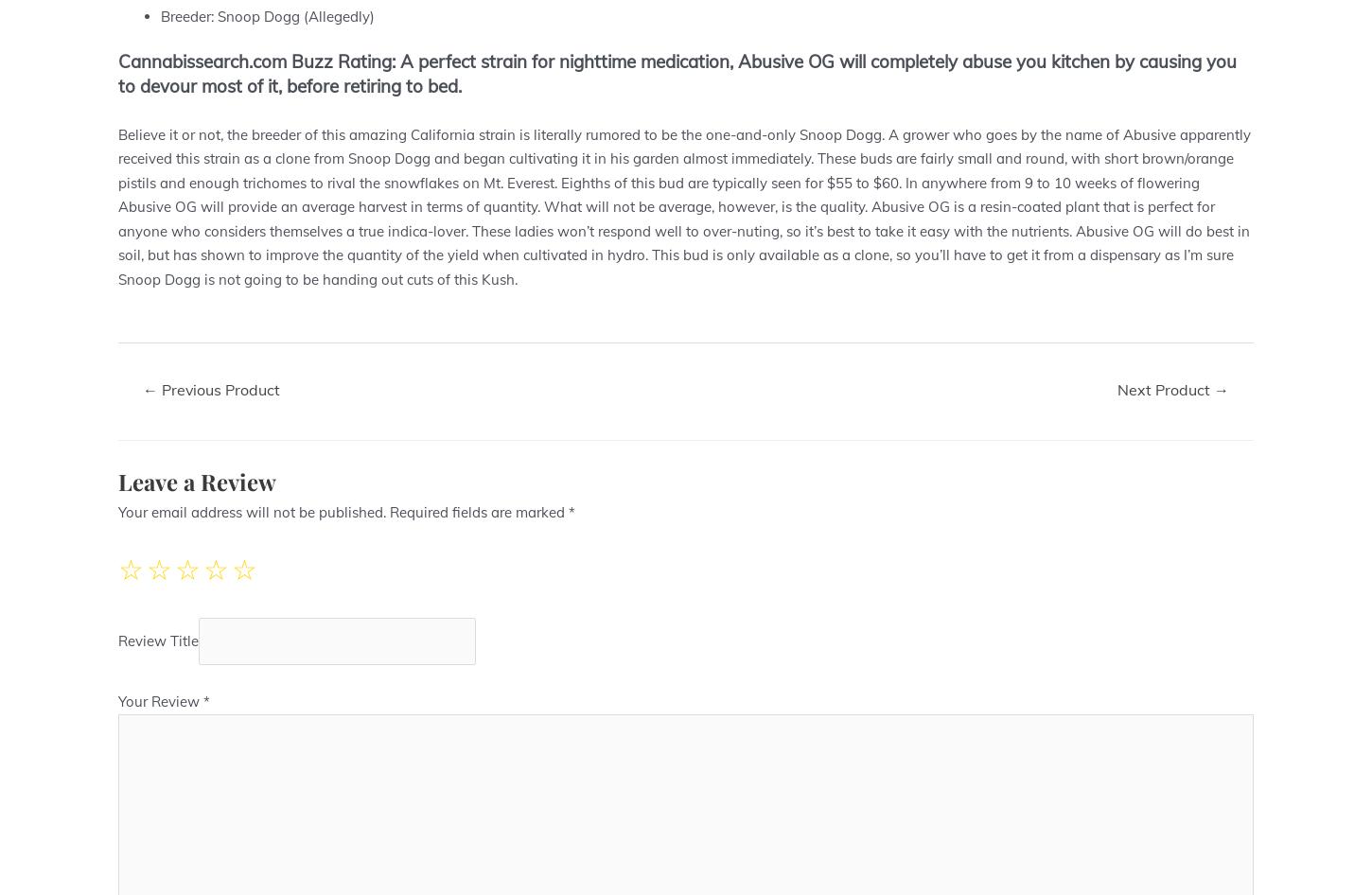  Describe the element at coordinates (1166, 388) in the screenshot. I see `'Next Product'` at that location.